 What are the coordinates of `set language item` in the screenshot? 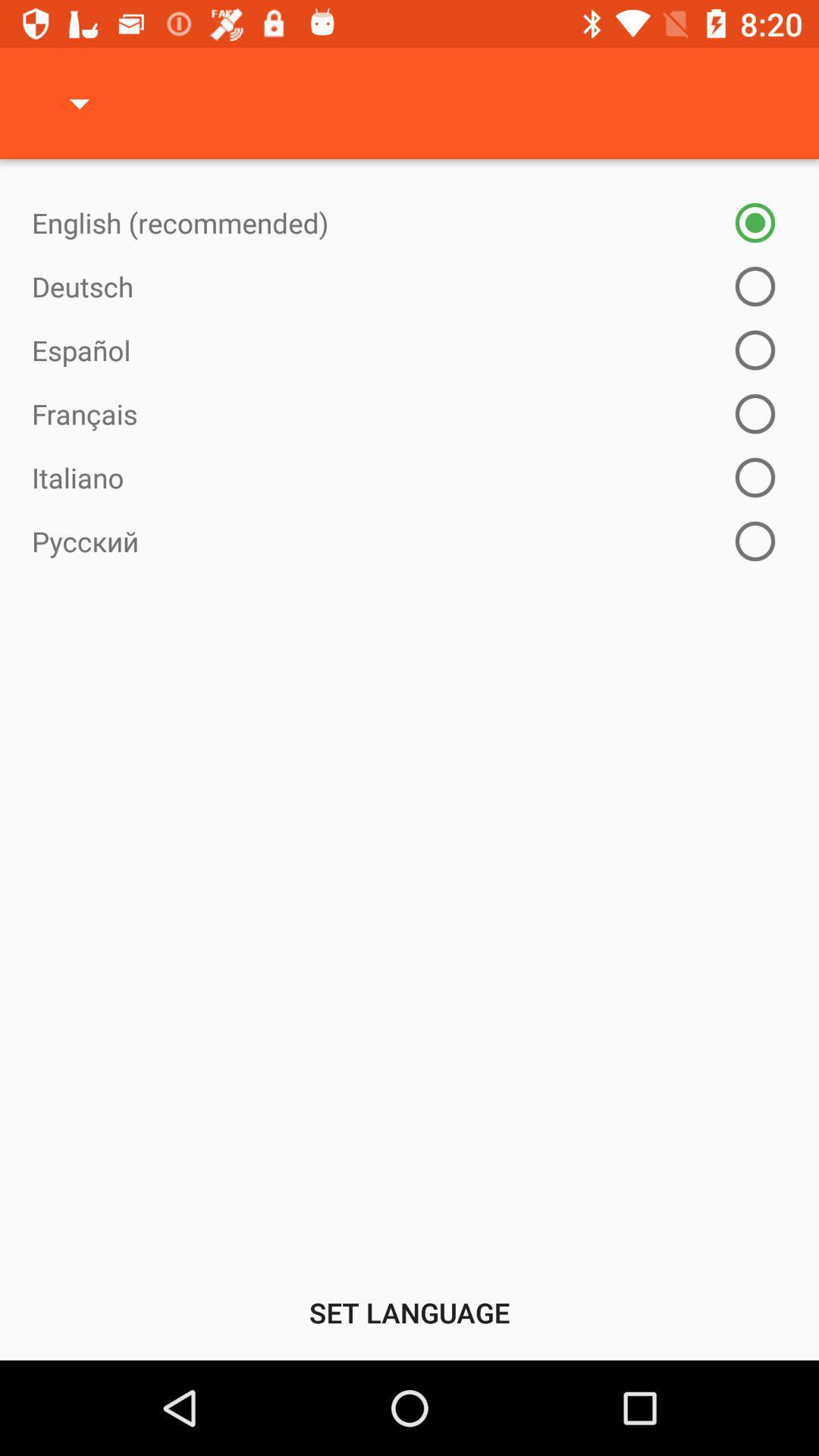 It's located at (409, 1312).